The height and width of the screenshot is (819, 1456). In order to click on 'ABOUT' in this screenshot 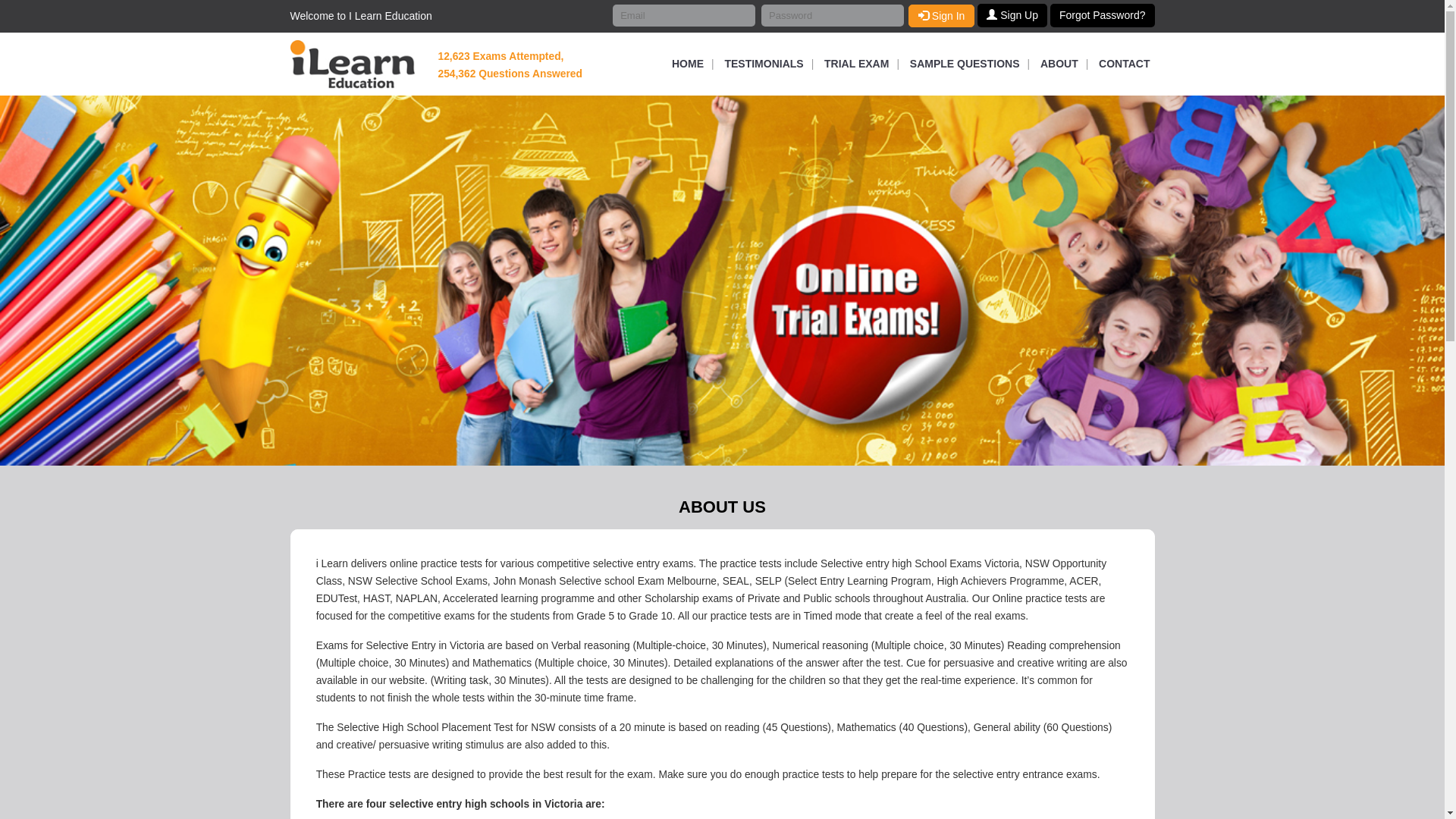, I will do `click(1032, 63)`.